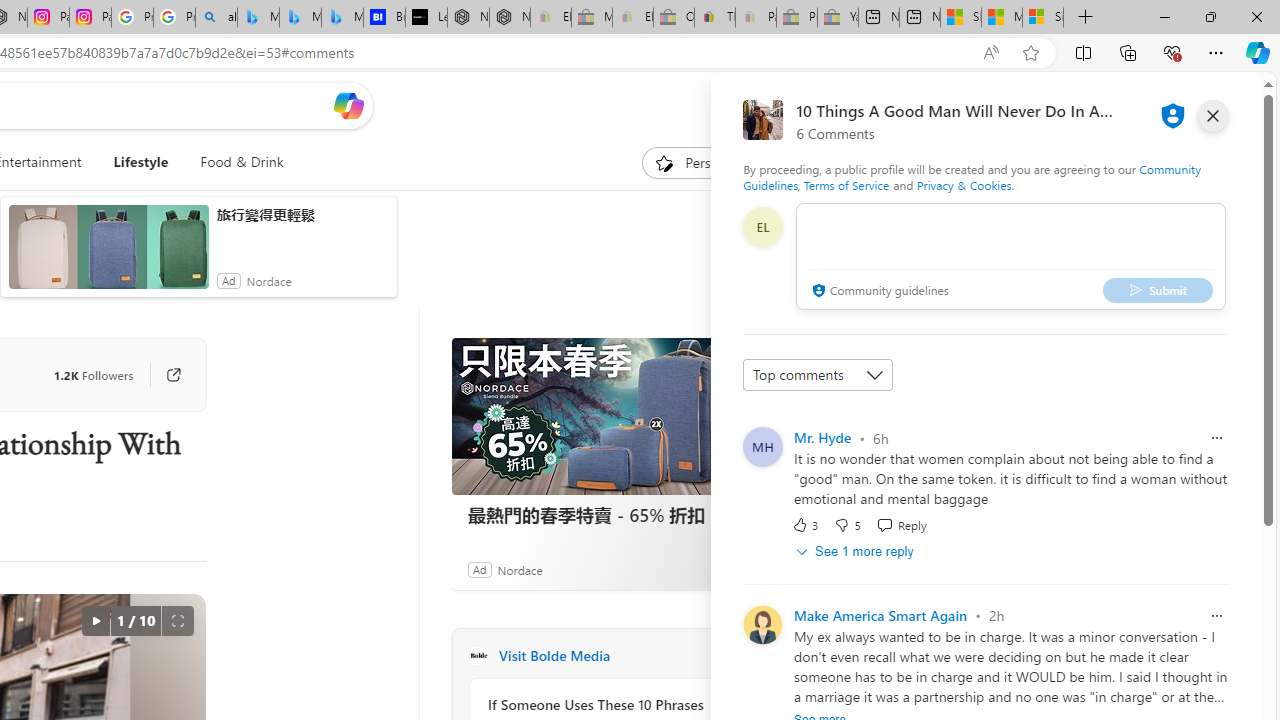 Image resolution: width=1280 pixels, height=720 pixels. I want to click on 'Dislike', so click(847, 523).